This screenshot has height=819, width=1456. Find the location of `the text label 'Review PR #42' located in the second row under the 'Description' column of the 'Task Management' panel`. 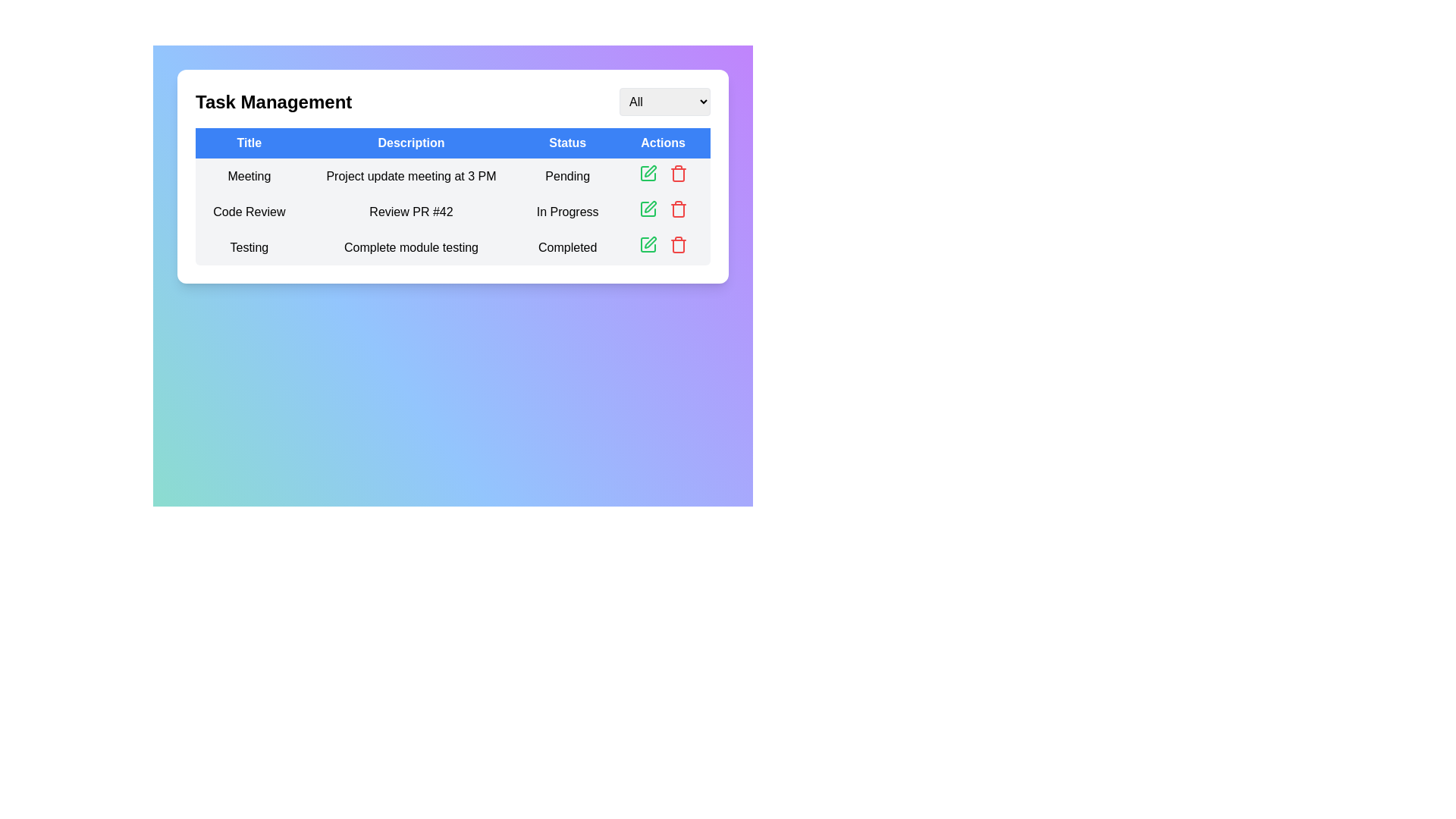

the text label 'Review PR #42' located in the second row under the 'Description' column of the 'Task Management' panel is located at coordinates (411, 212).